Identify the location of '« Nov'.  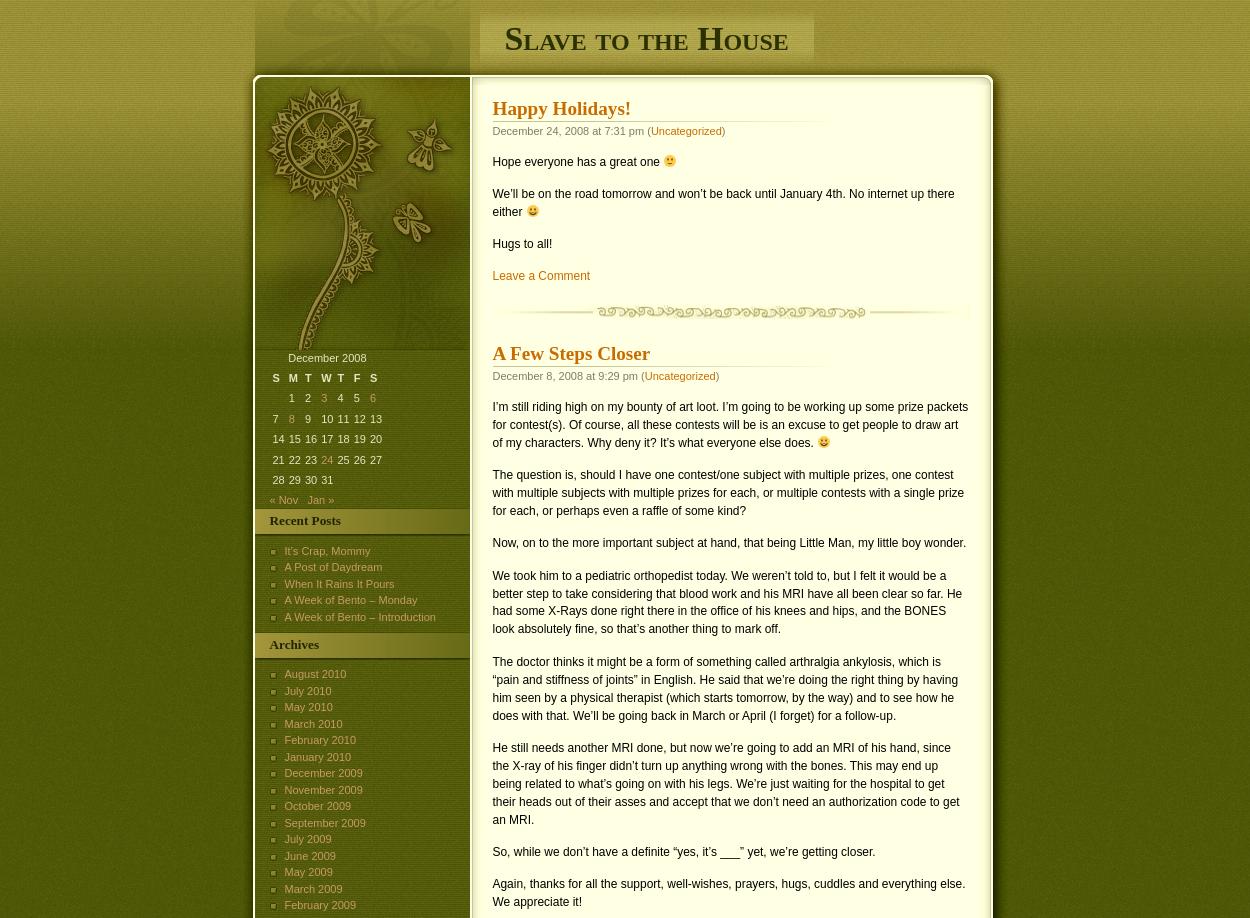
(283, 499).